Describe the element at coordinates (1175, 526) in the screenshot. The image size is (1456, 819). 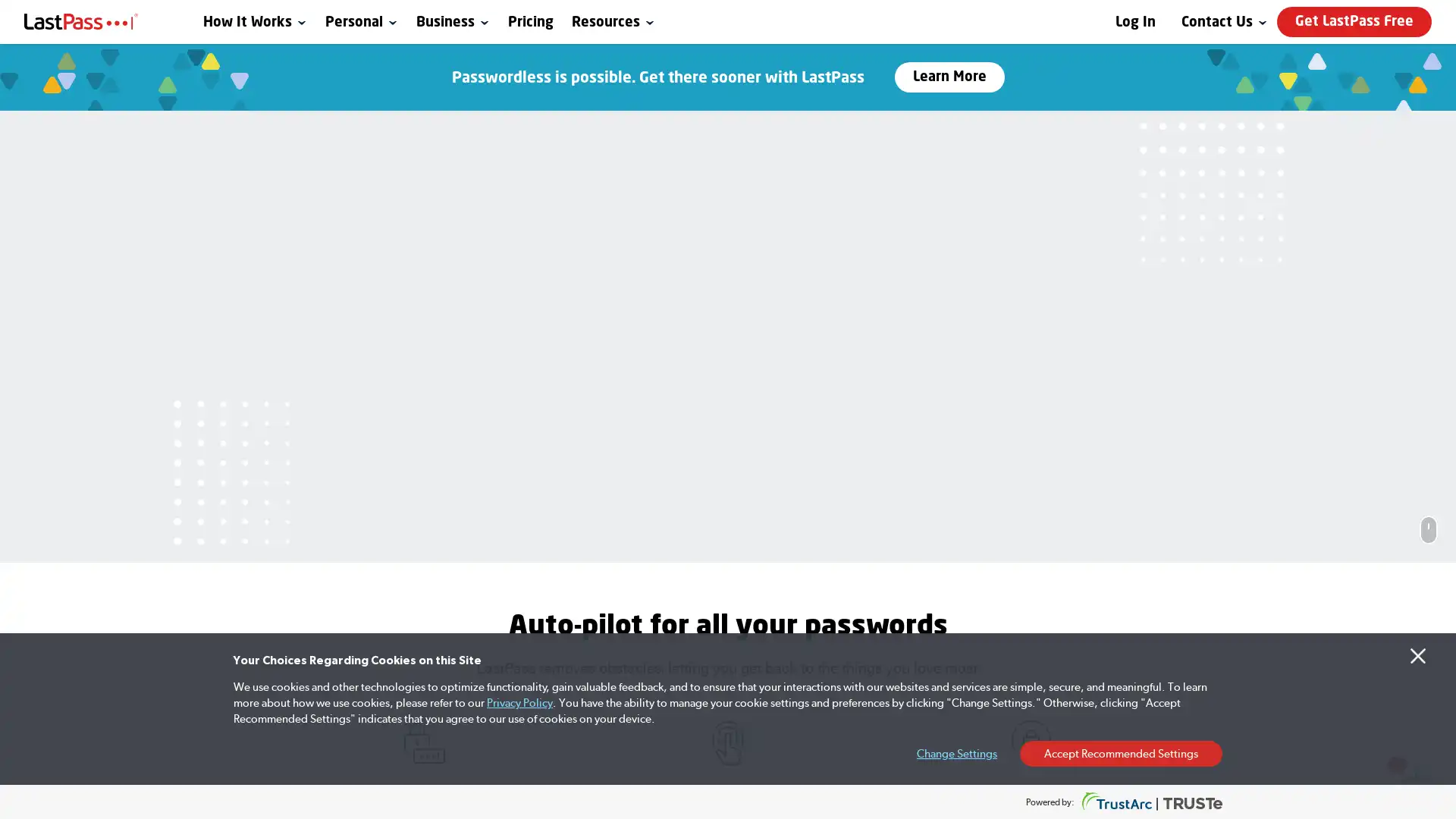
I see `close` at that location.